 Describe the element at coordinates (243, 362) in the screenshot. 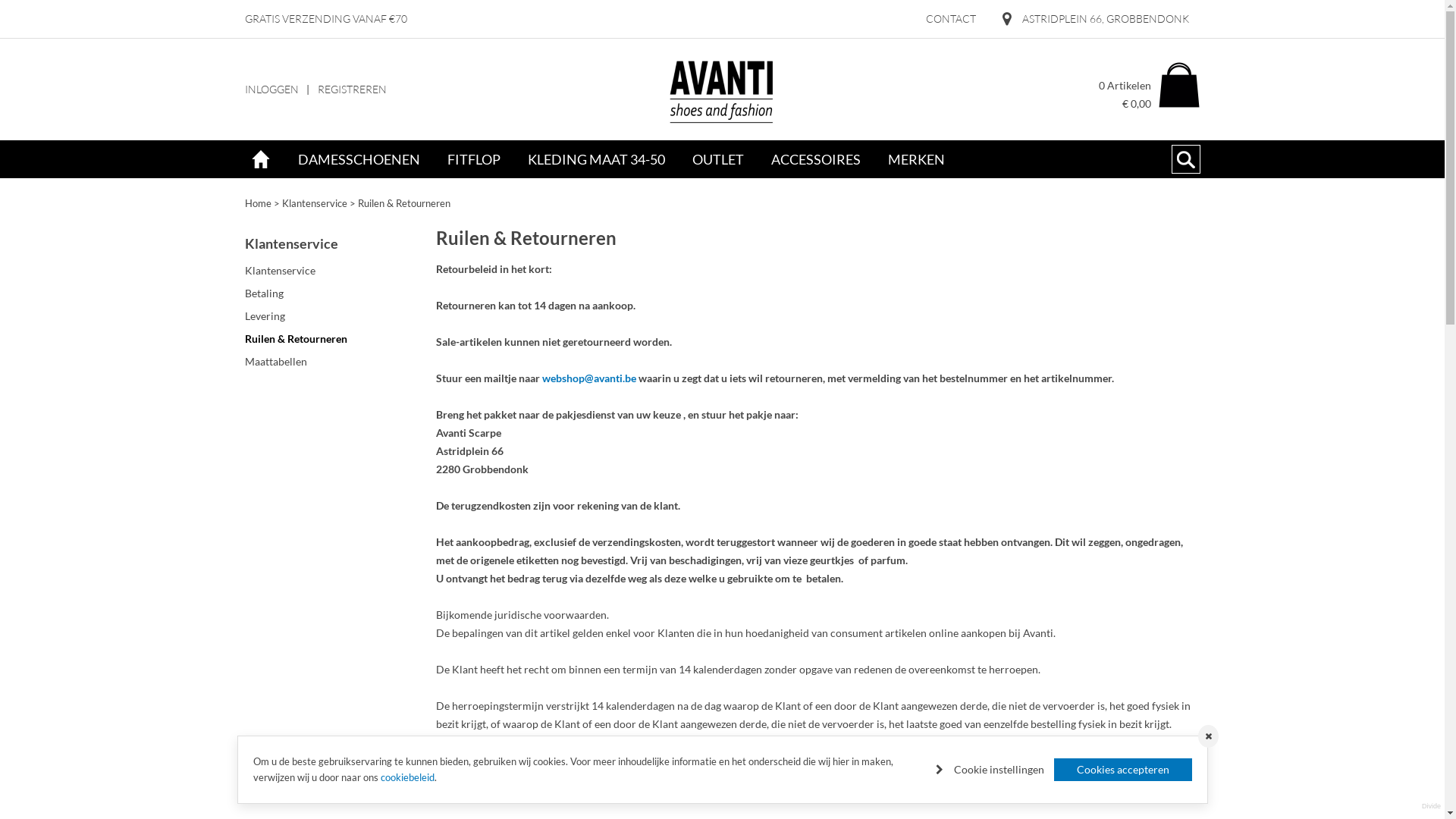

I see `'Maattabellen'` at that location.